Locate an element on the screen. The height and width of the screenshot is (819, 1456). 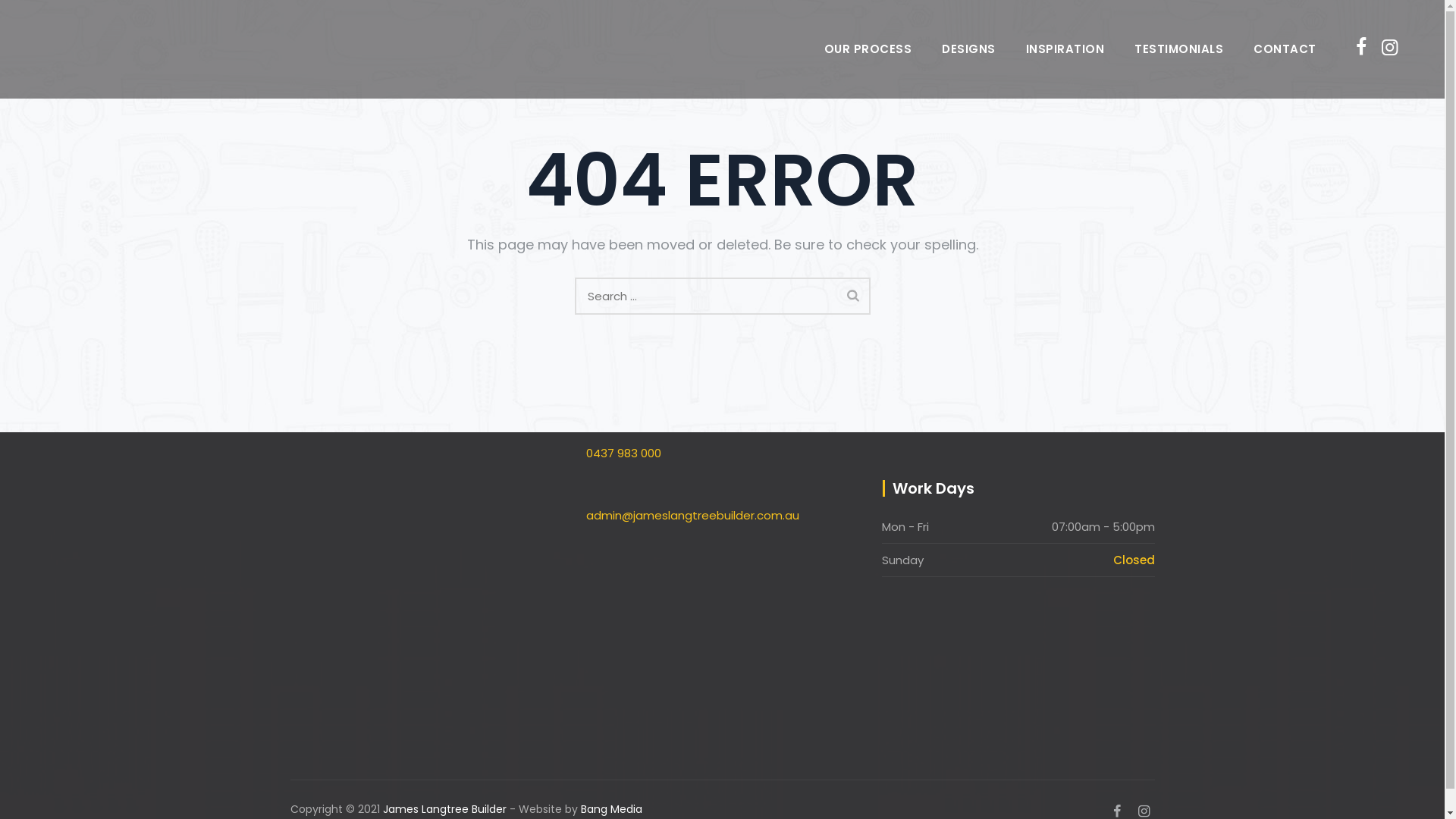
'DESIGNS' is located at coordinates (968, 49).